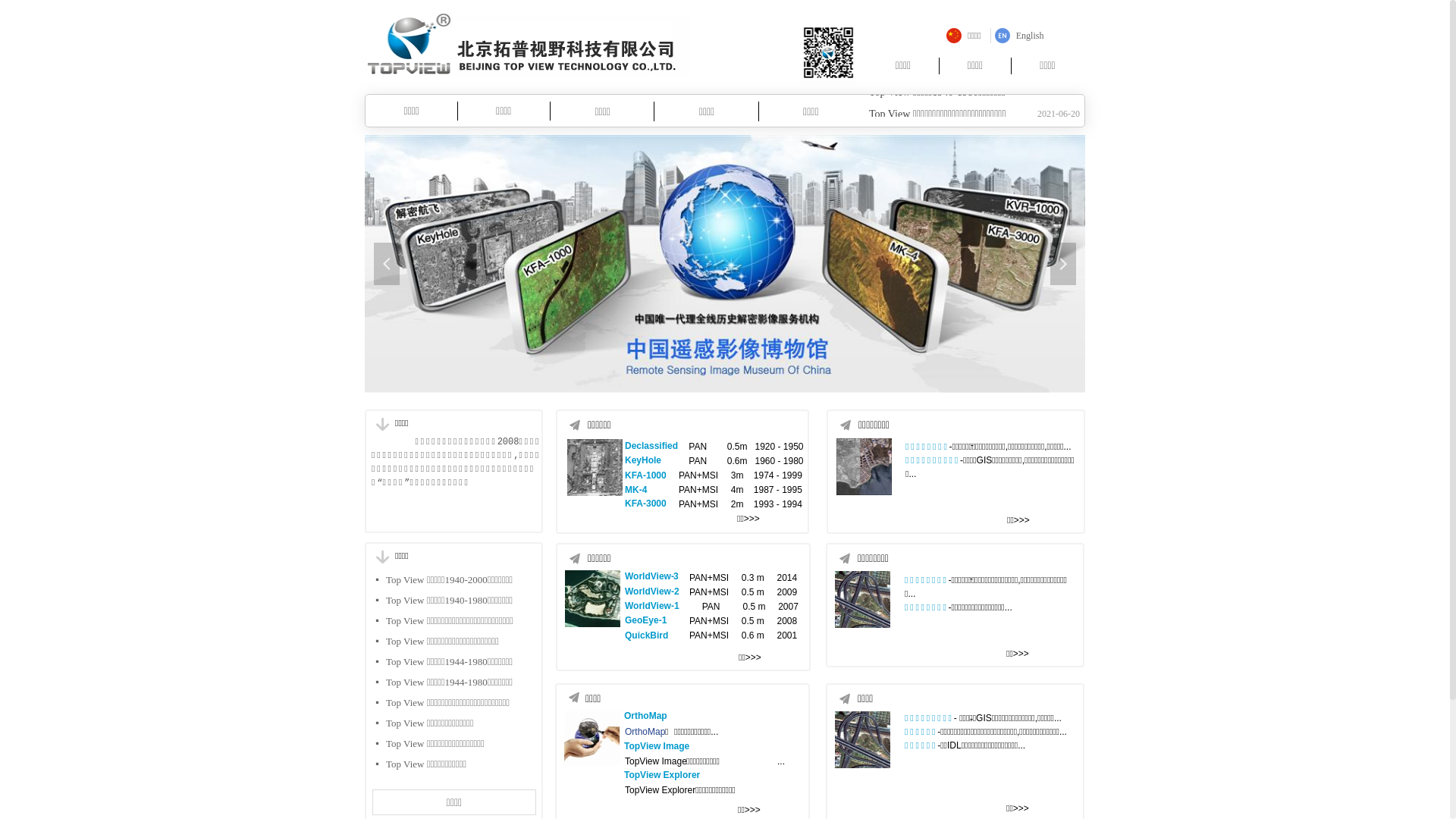  I want to click on 'TopView Explorer', so click(662, 775).